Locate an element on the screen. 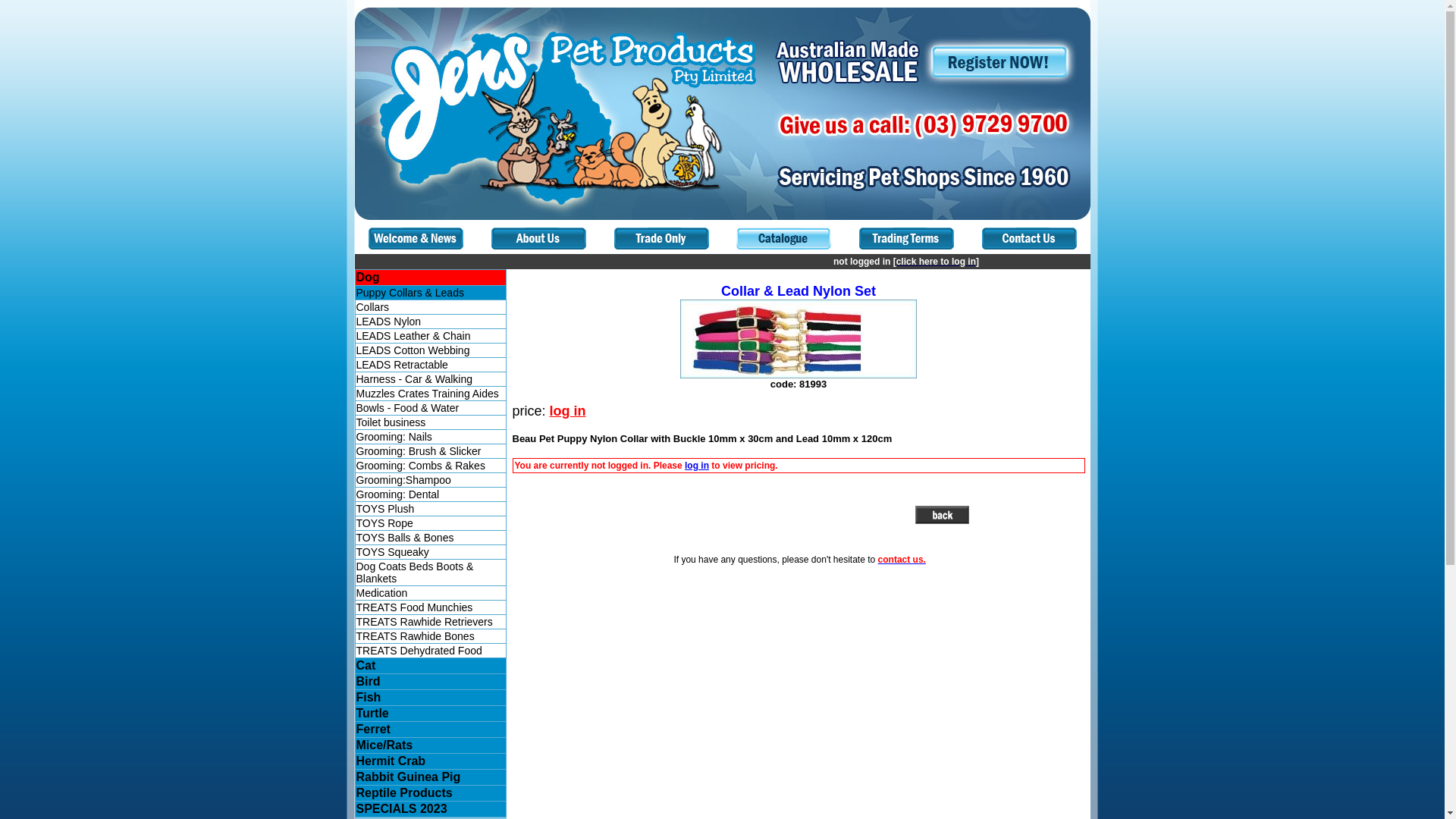  'Muzzles Crates Training Aides' is located at coordinates (427, 393).